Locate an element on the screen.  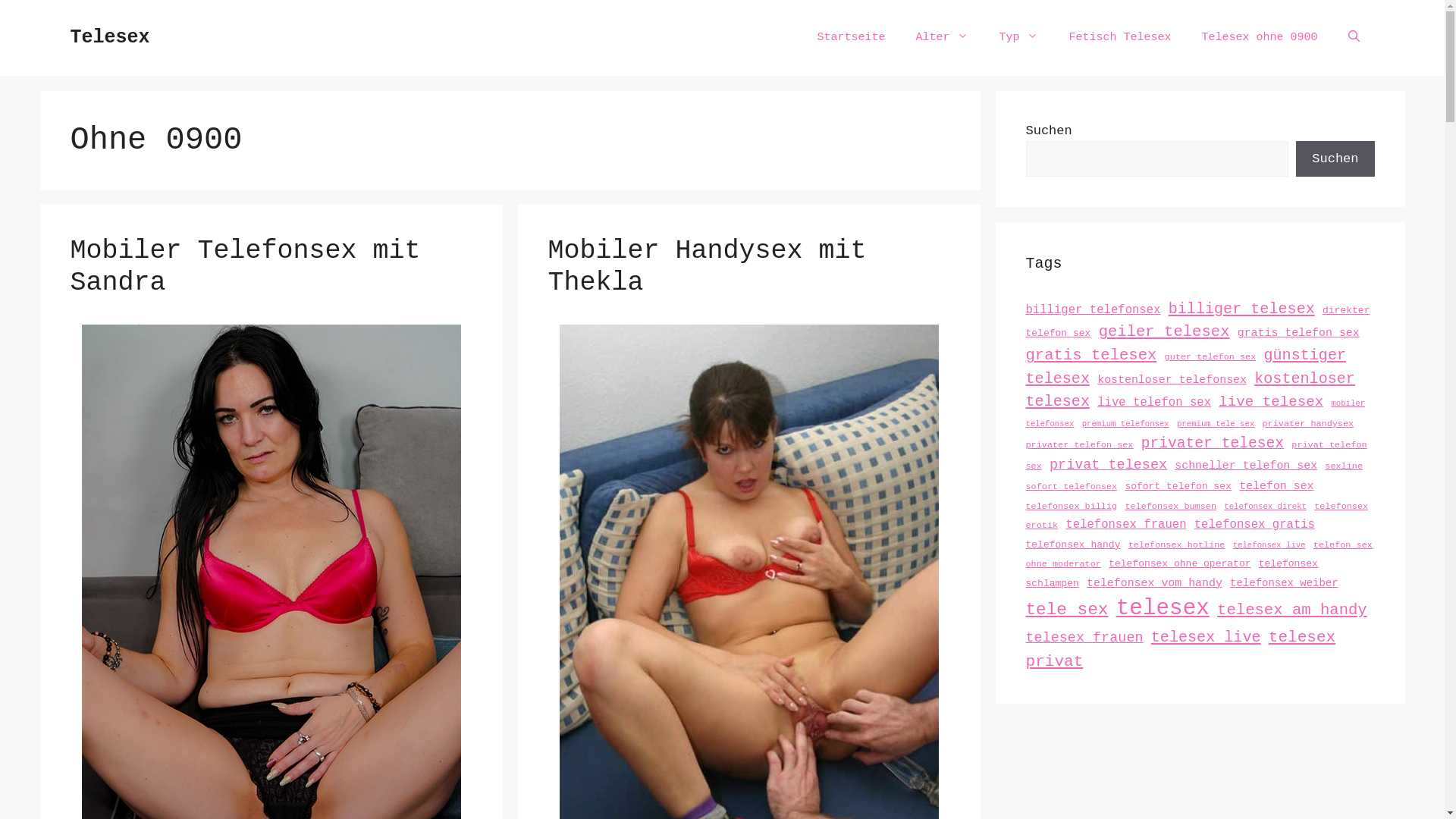
'premium tele sex' is located at coordinates (1216, 424).